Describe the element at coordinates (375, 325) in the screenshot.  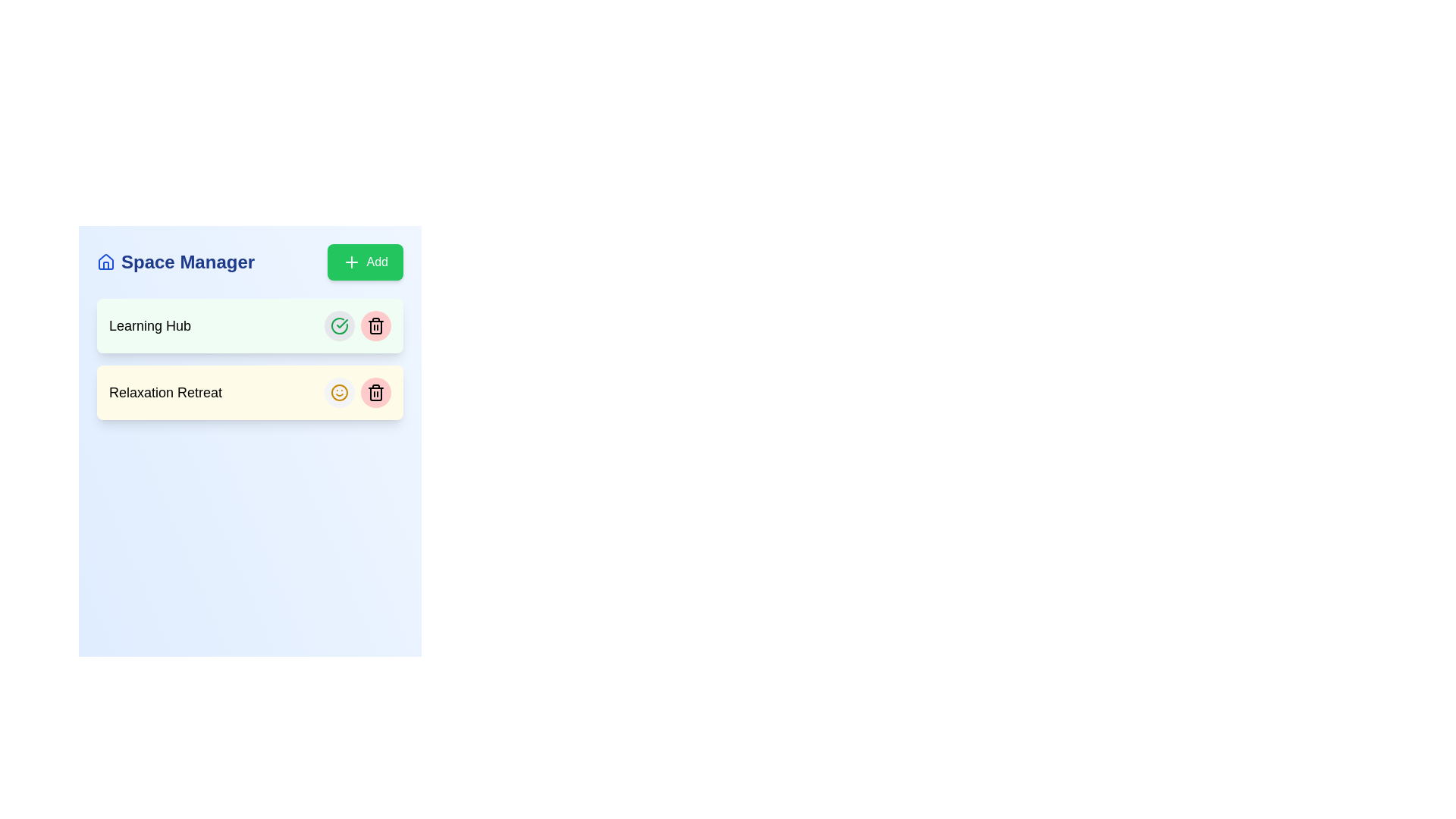
I see `the circular red button with a black trashcan symbol located to the far right of the 'Learning Hub' entry in the 'Space Manager' interface to possibly view a tooltip` at that location.